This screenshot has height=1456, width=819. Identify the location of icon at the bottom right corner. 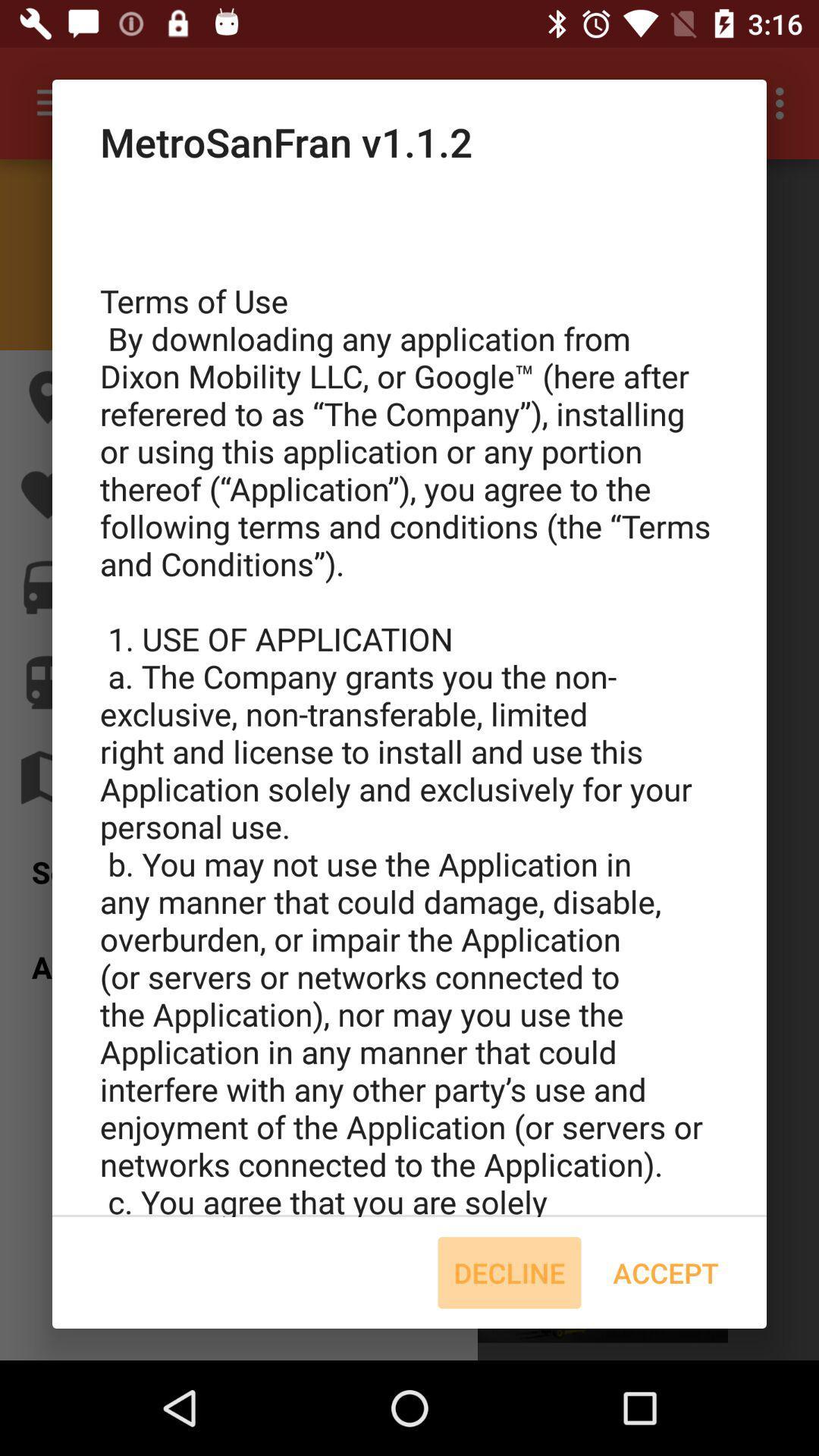
(665, 1272).